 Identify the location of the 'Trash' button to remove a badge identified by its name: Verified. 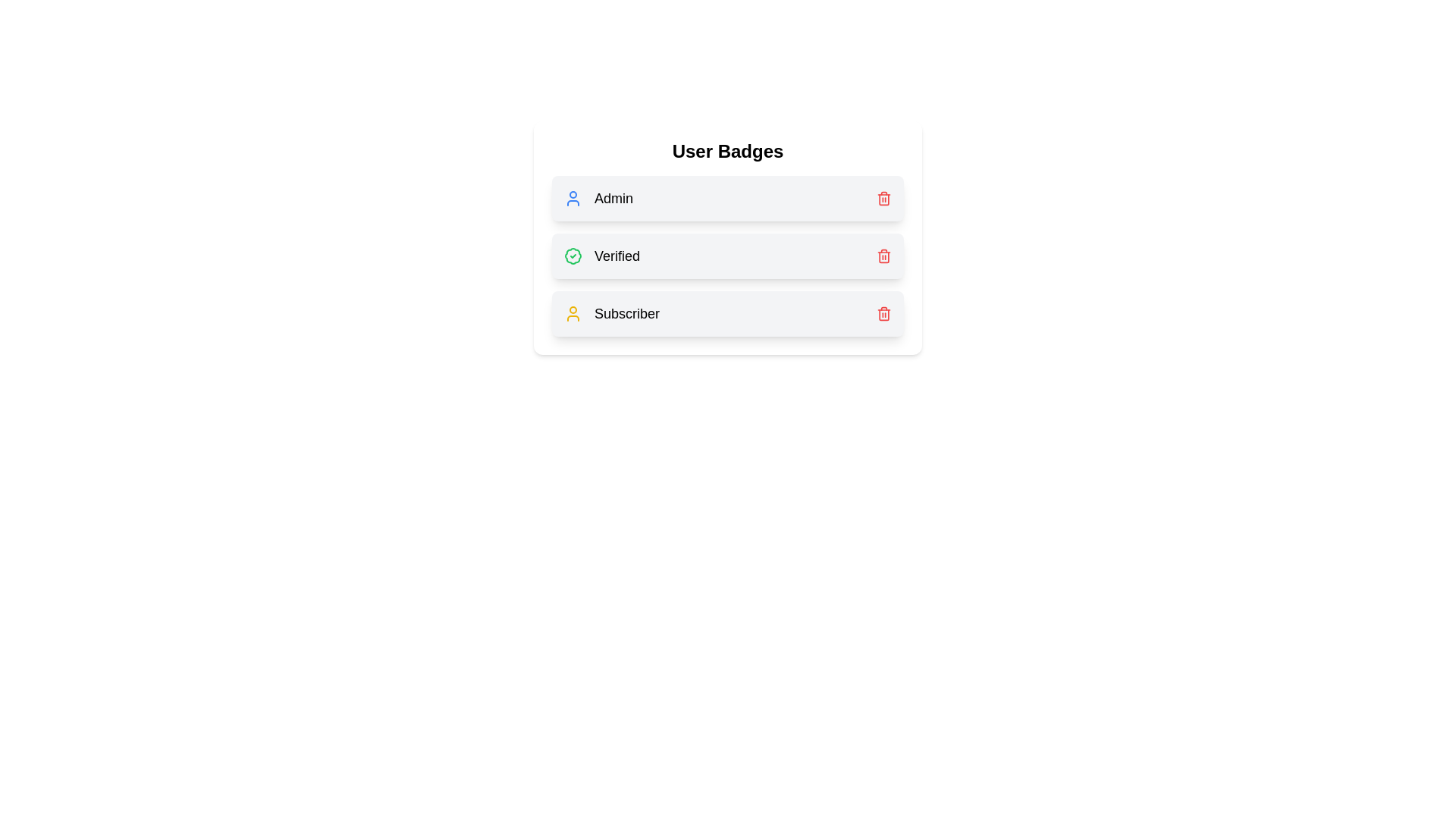
(884, 256).